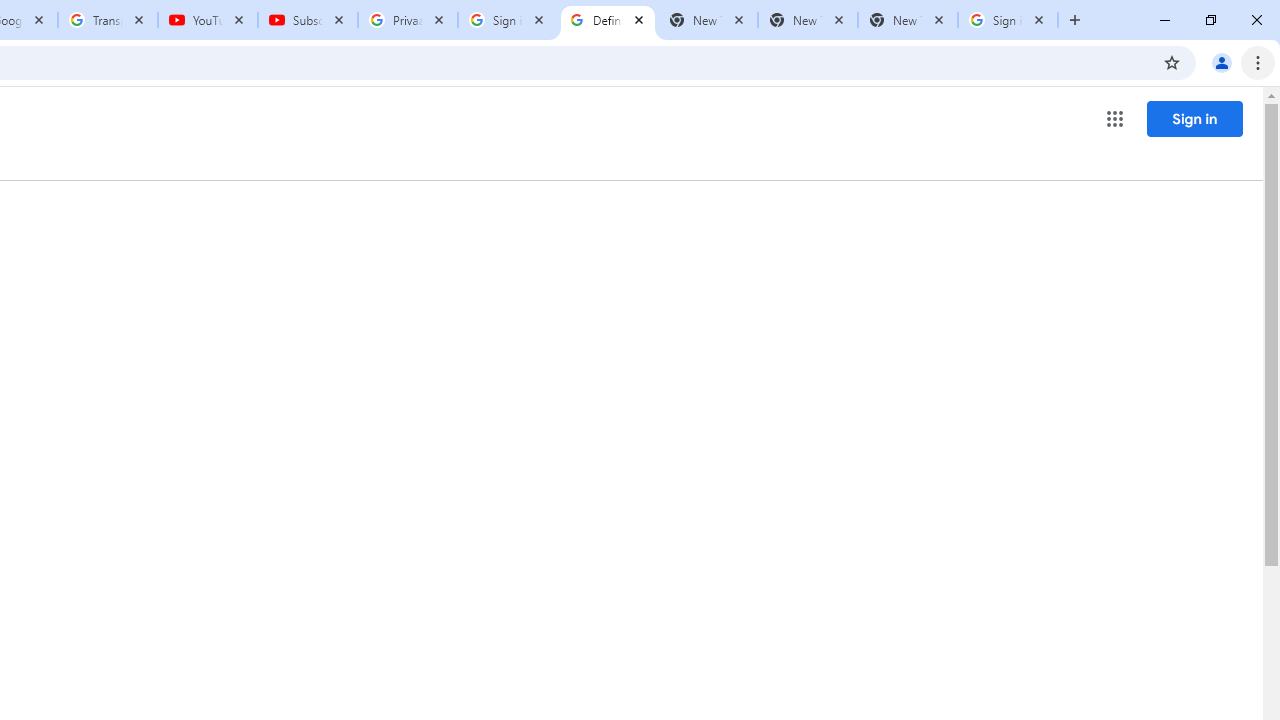  What do you see at coordinates (208, 20) in the screenshot?
I see `'YouTube'` at bounding box center [208, 20].